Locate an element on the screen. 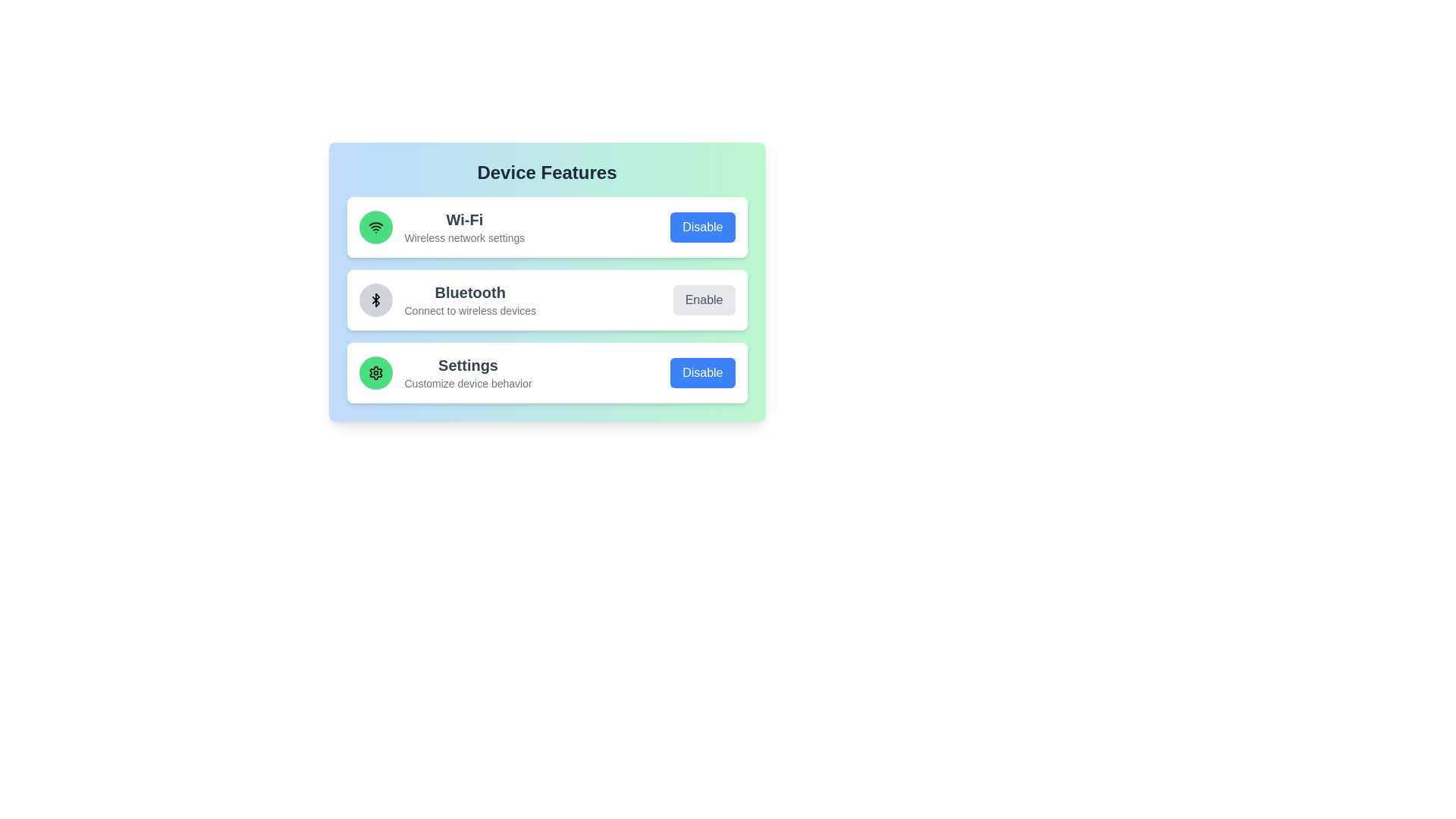  the icon representing the Wi-Fi feature is located at coordinates (375, 227).